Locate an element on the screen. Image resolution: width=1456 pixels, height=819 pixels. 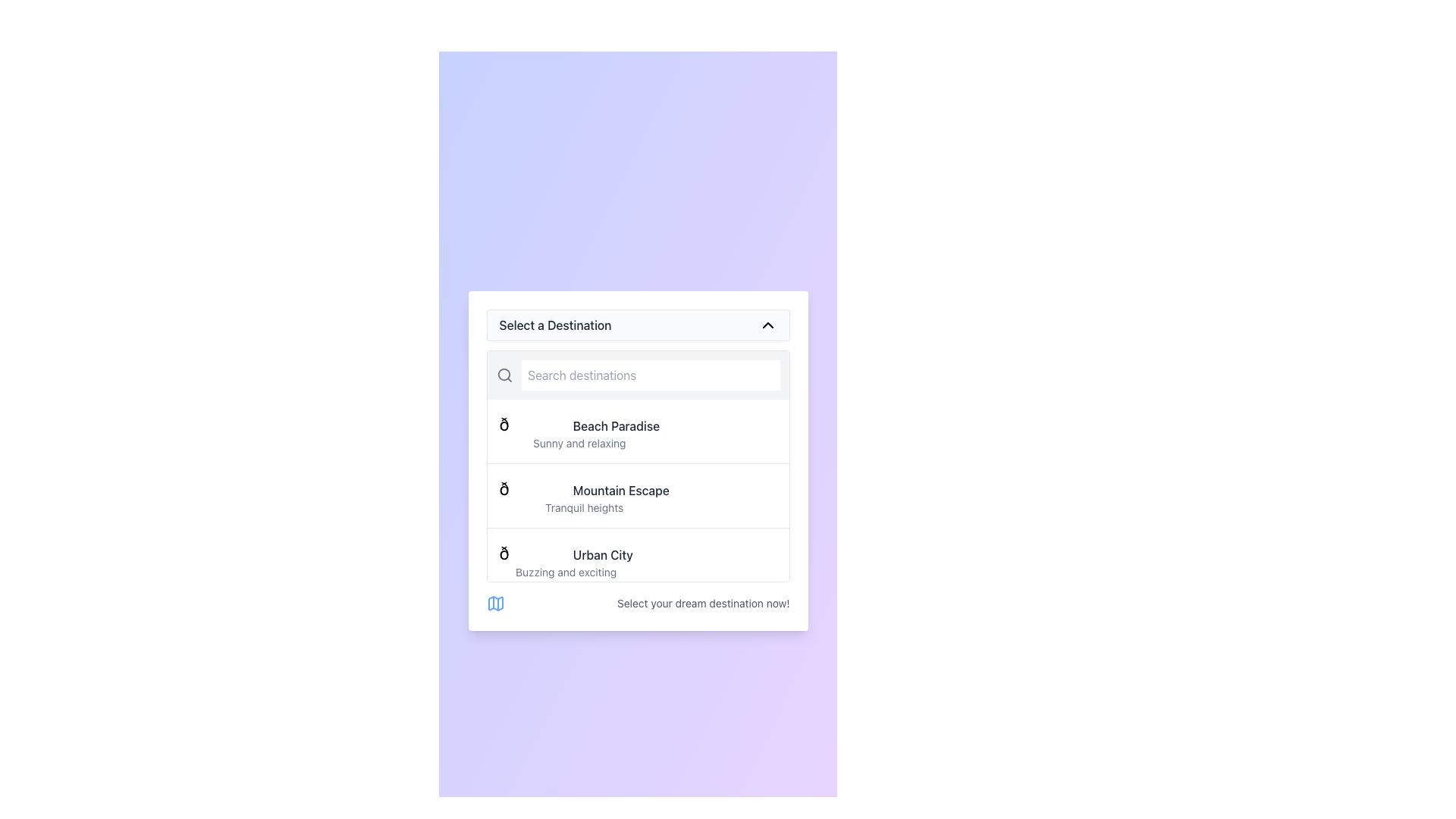
the dropdown menu header element that serves as the selectable header for a dropdown menu, displaying the currently selected value is located at coordinates (638, 324).